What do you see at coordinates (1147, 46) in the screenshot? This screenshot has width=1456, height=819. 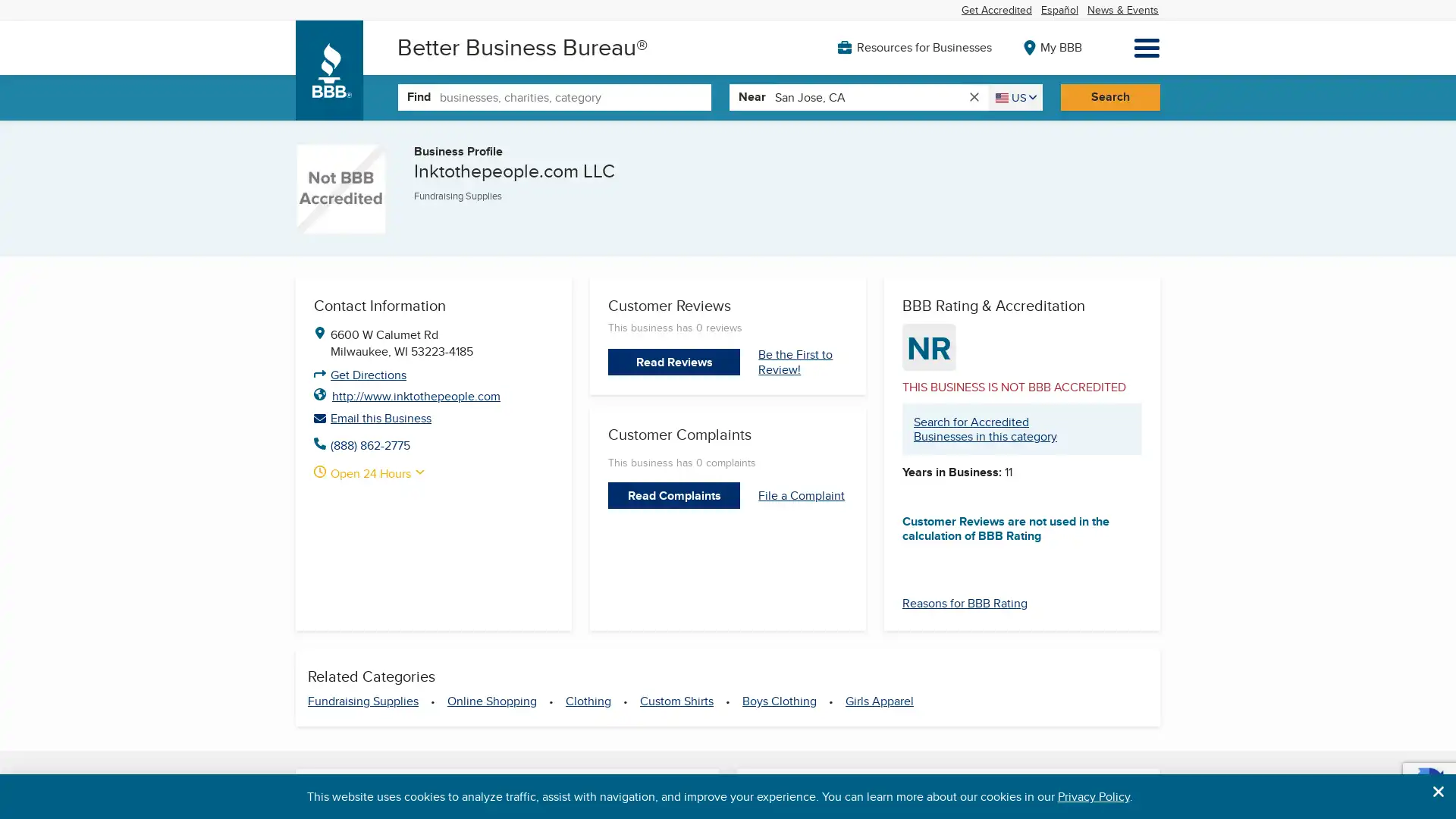 I see `Menu` at bounding box center [1147, 46].